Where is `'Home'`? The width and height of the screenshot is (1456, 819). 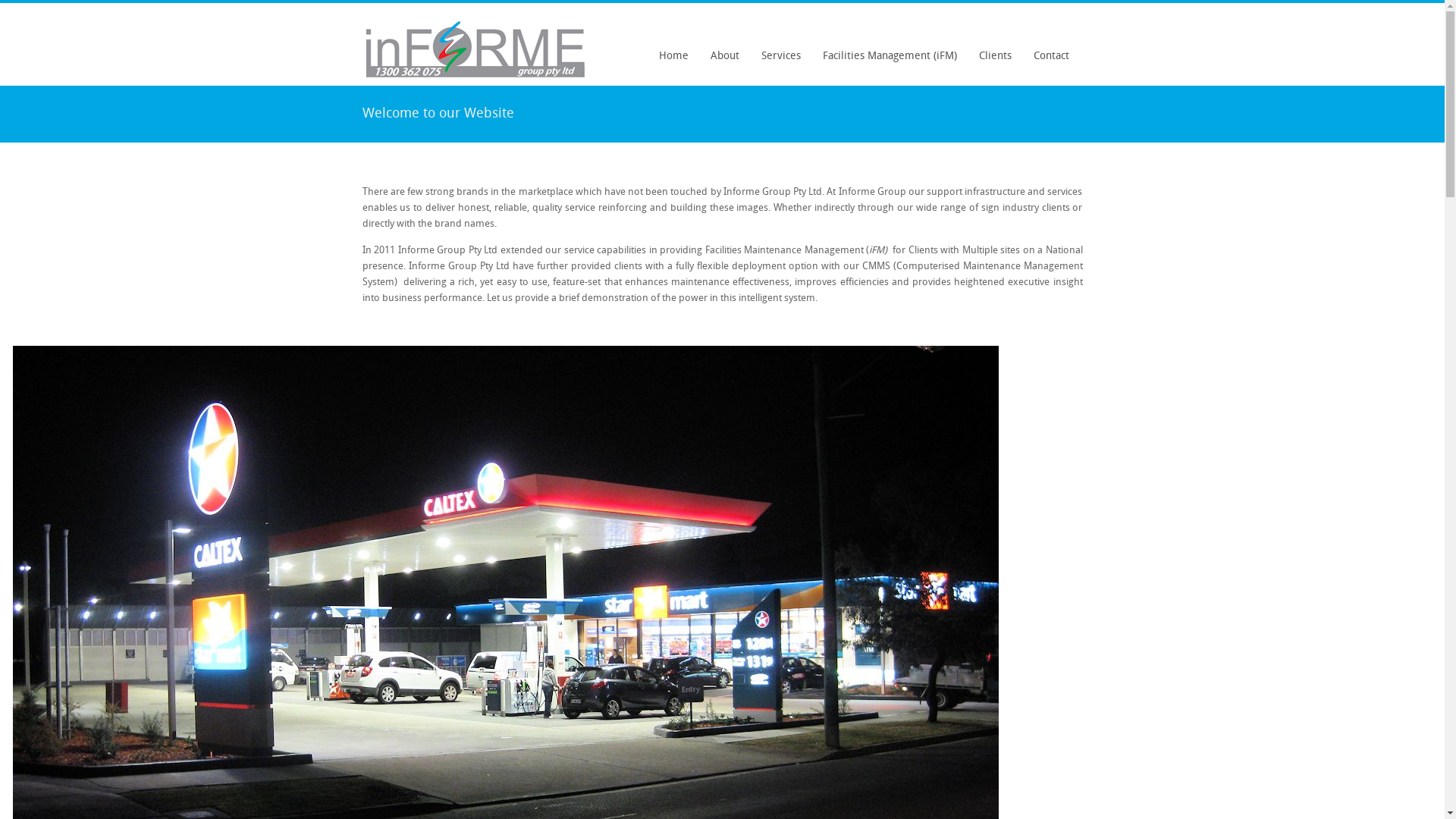 'Home' is located at coordinates (673, 55).